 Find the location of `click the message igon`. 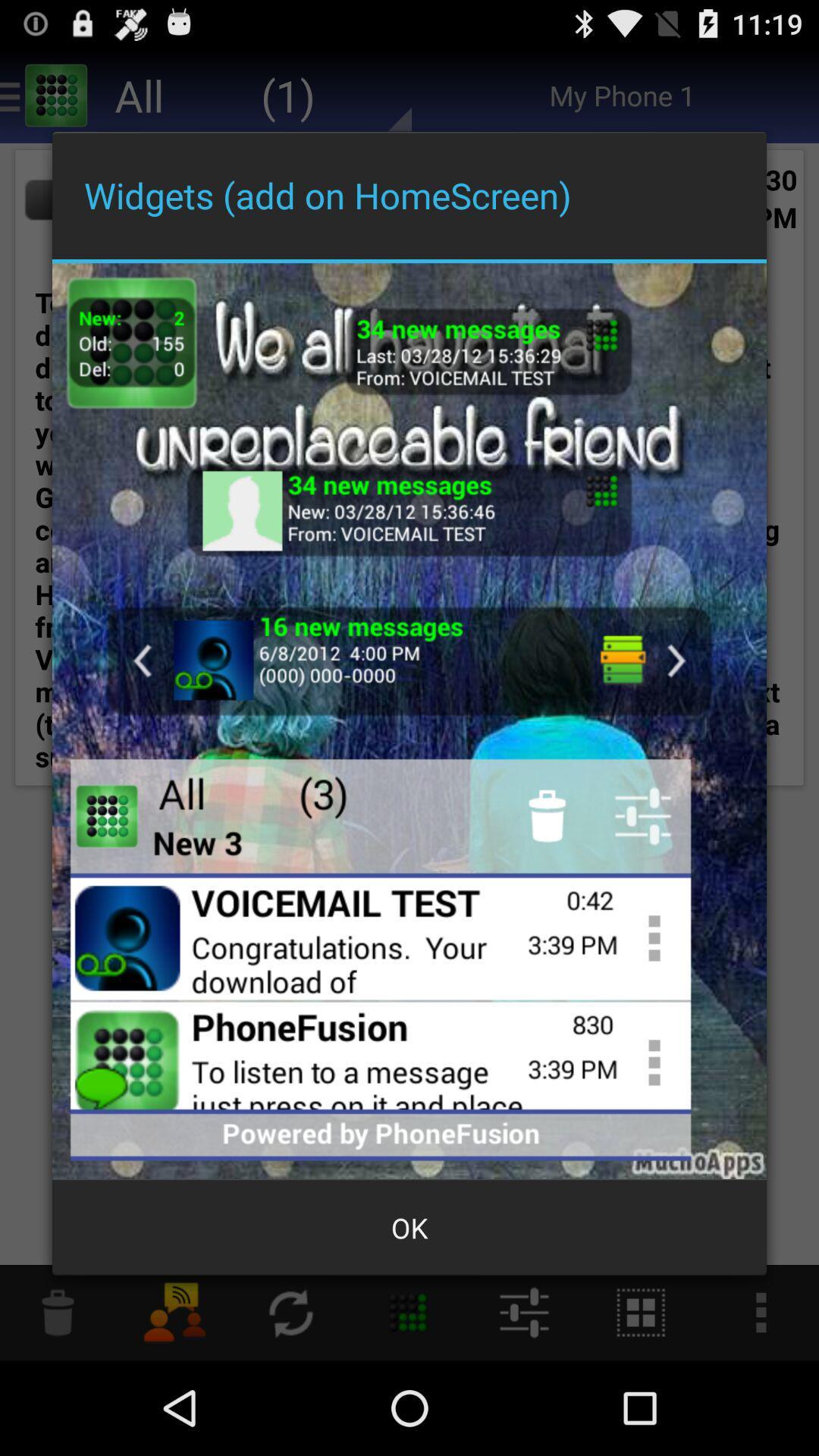

click the message igon is located at coordinates (409, 661).